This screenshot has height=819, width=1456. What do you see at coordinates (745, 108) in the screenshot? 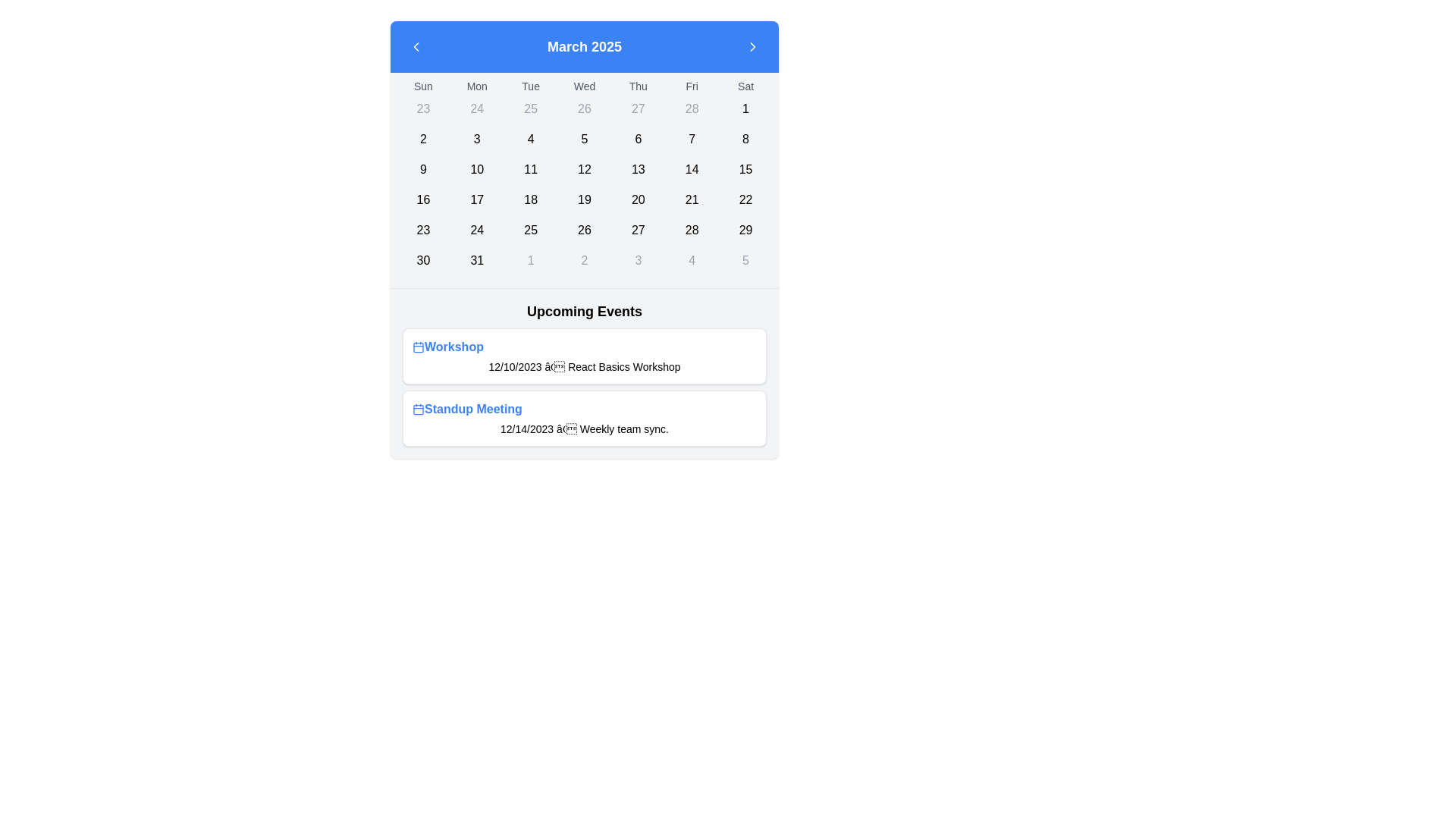
I see `the rectangular button with rounded corners containing the digit '1', located under the 'Sat' column in the calendar grid` at bounding box center [745, 108].